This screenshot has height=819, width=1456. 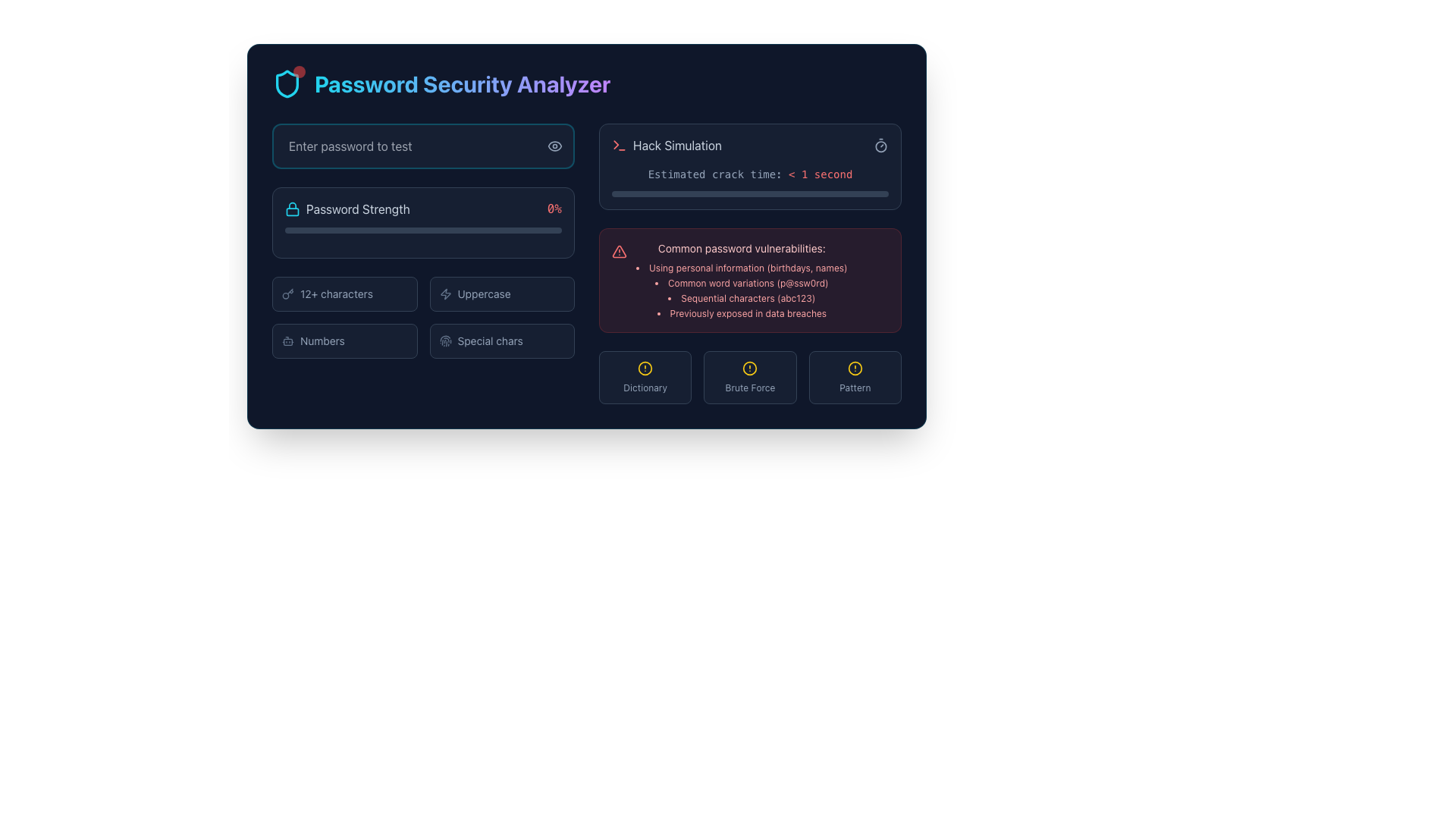 What do you see at coordinates (502, 294) in the screenshot?
I see `the label item displaying 'Uppercase' with a lightning bolt icon, located at the top-right corner of the grid layout` at bounding box center [502, 294].